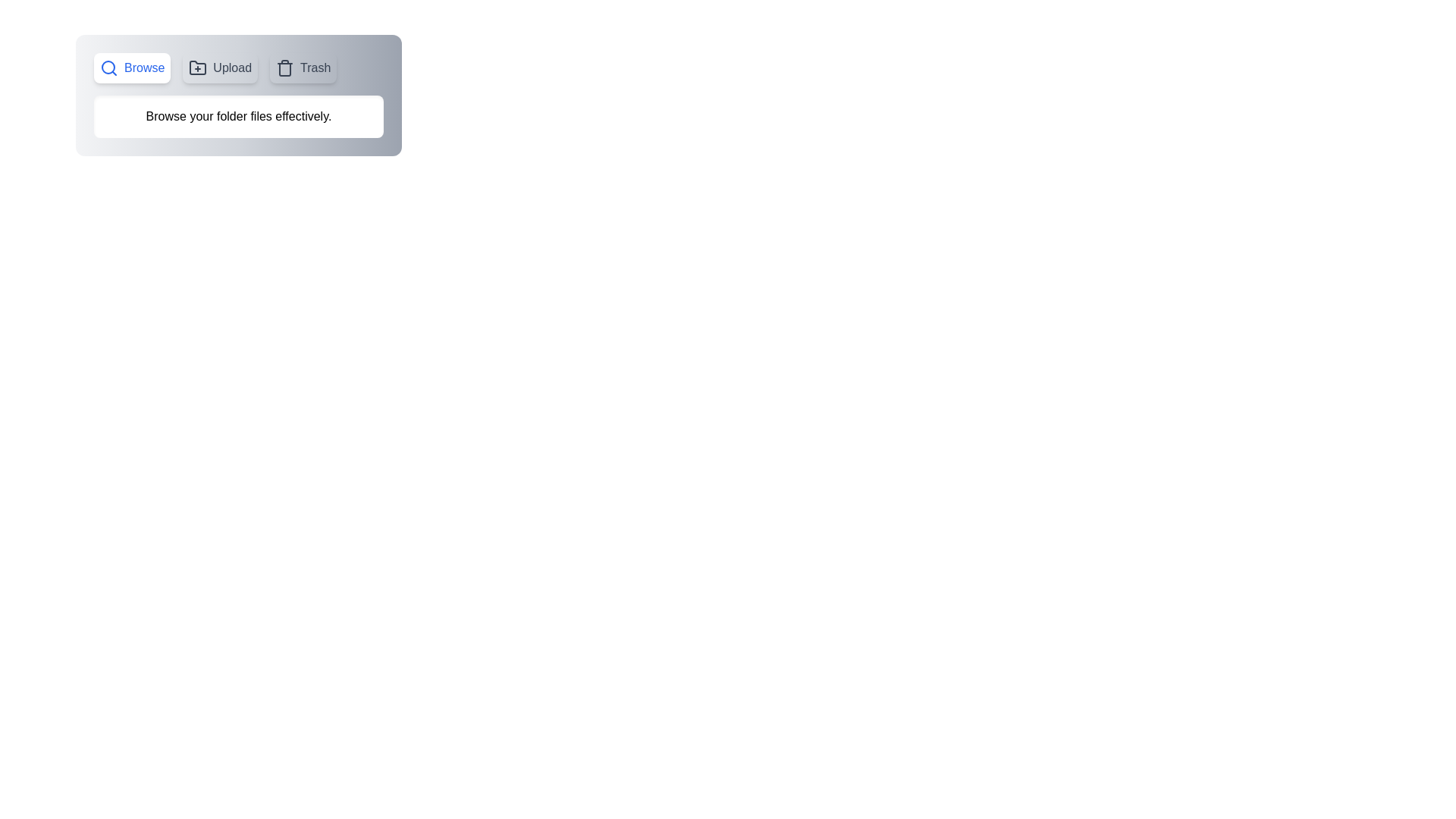 The width and height of the screenshot is (1456, 819). What do you see at coordinates (218, 67) in the screenshot?
I see `the Upload tab` at bounding box center [218, 67].